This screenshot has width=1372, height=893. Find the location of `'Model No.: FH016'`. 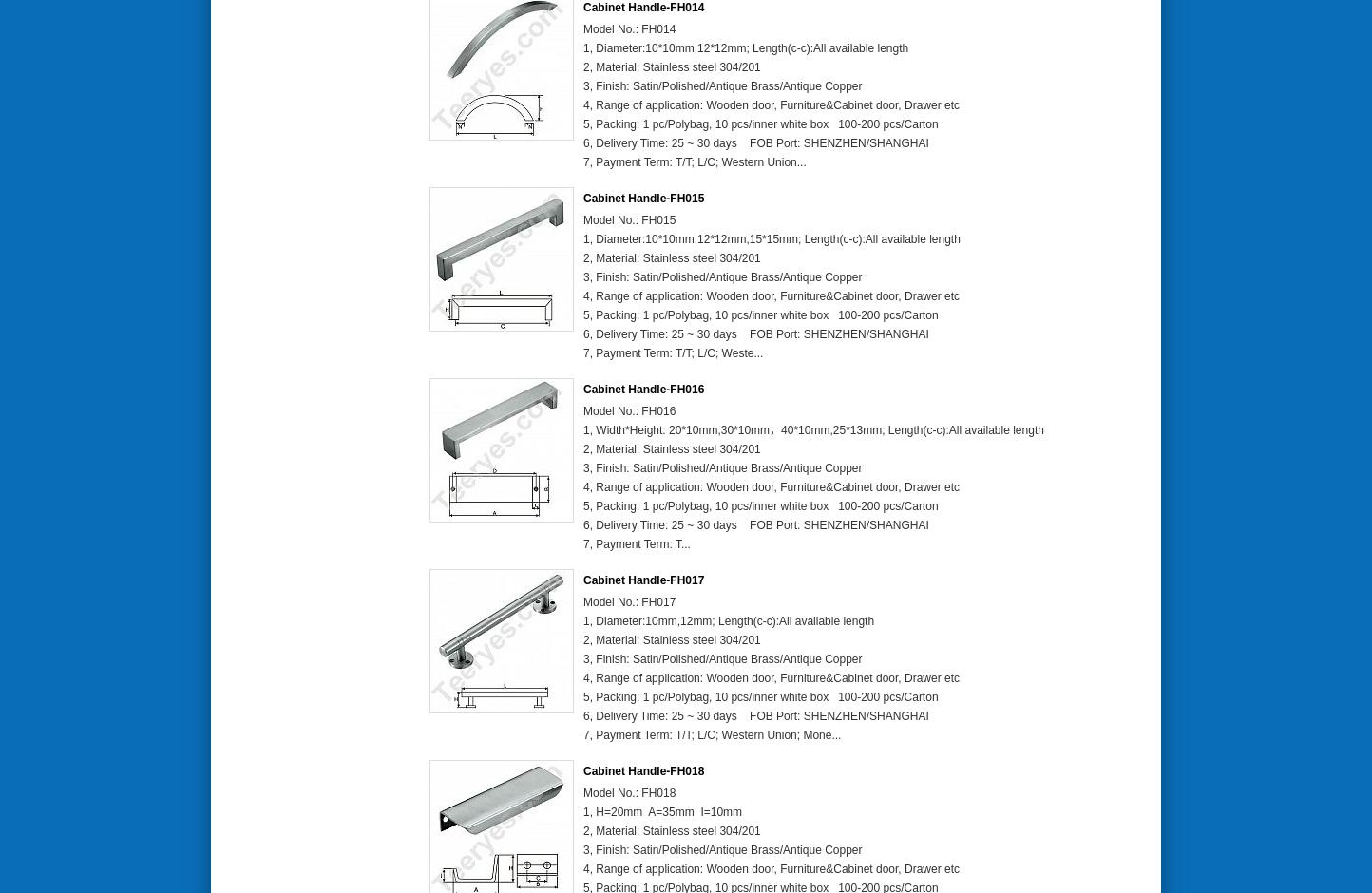

'Model No.: FH016' is located at coordinates (582, 409).